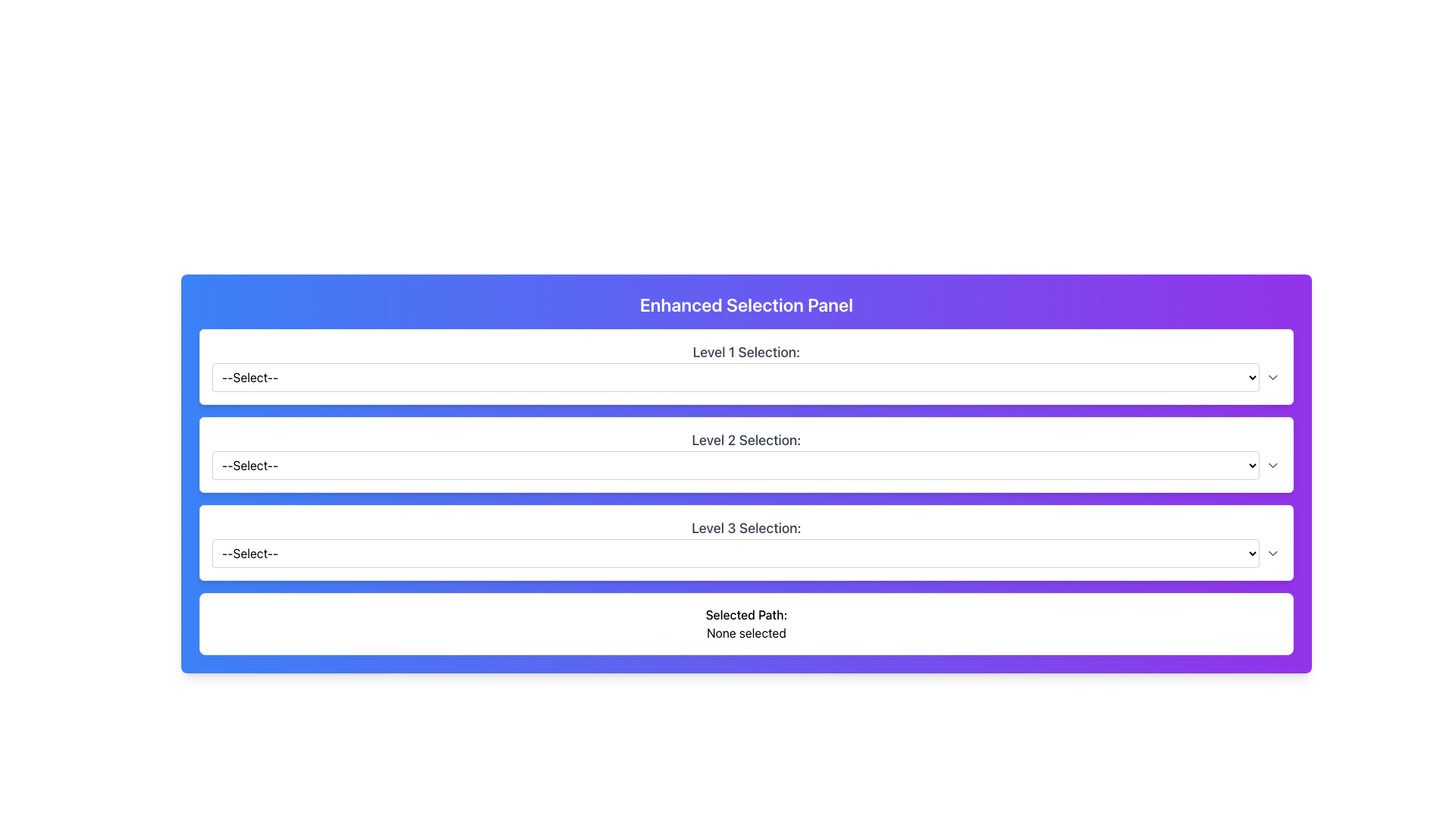 The image size is (1456, 819). Describe the element at coordinates (1273, 553) in the screenshot. I see `the chevron icon located to the right side within the Level 3 selection dropdown` at that location.